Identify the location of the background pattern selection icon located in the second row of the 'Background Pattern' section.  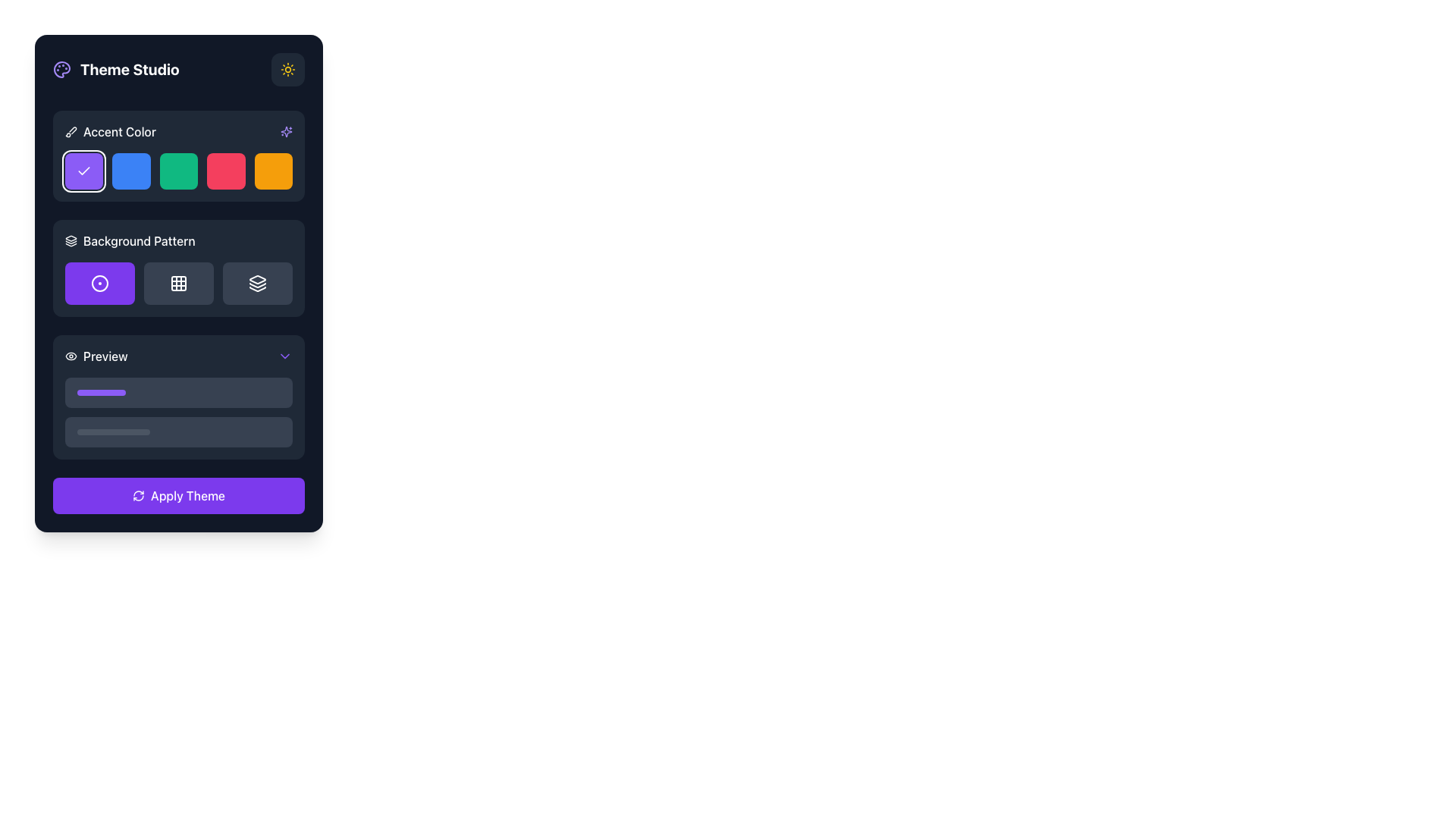
(258, 280).